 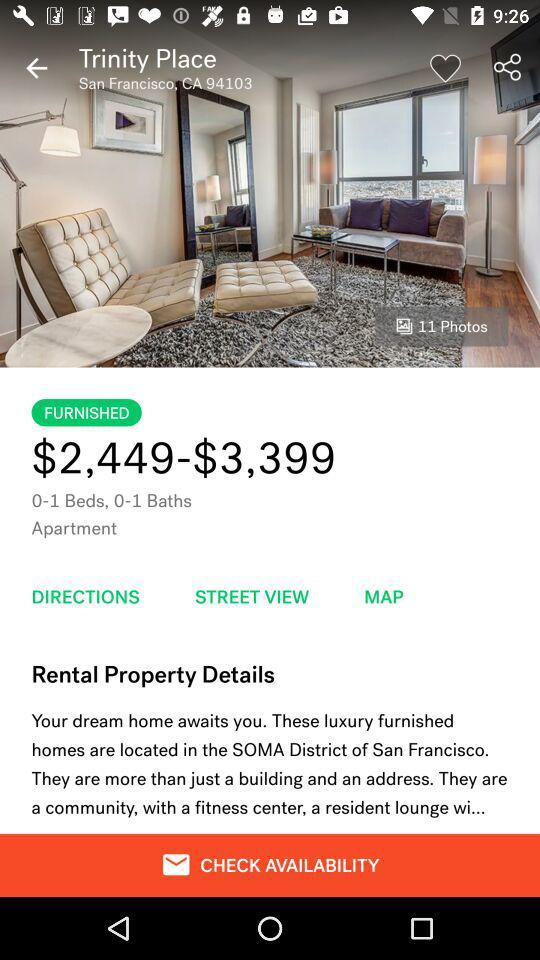 What do you see at coordinates (36, 68) in the screenshot?
I see `go back` at bounding box center [36, 68].